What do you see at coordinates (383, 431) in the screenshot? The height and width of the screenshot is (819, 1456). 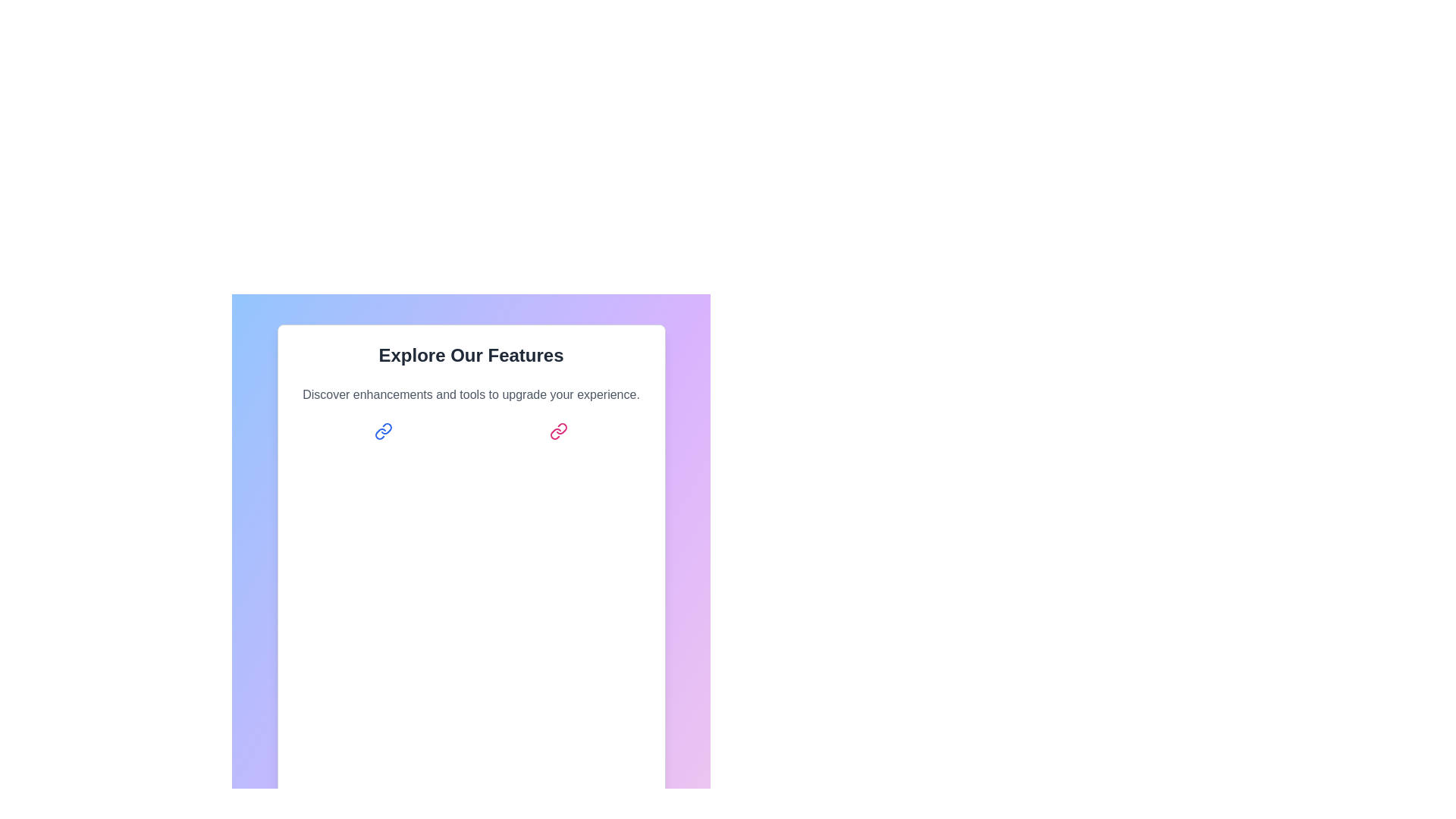 I see `the blue chain link icon button located to the left of the 'Get Started' option` at bounding box center [383, 431].